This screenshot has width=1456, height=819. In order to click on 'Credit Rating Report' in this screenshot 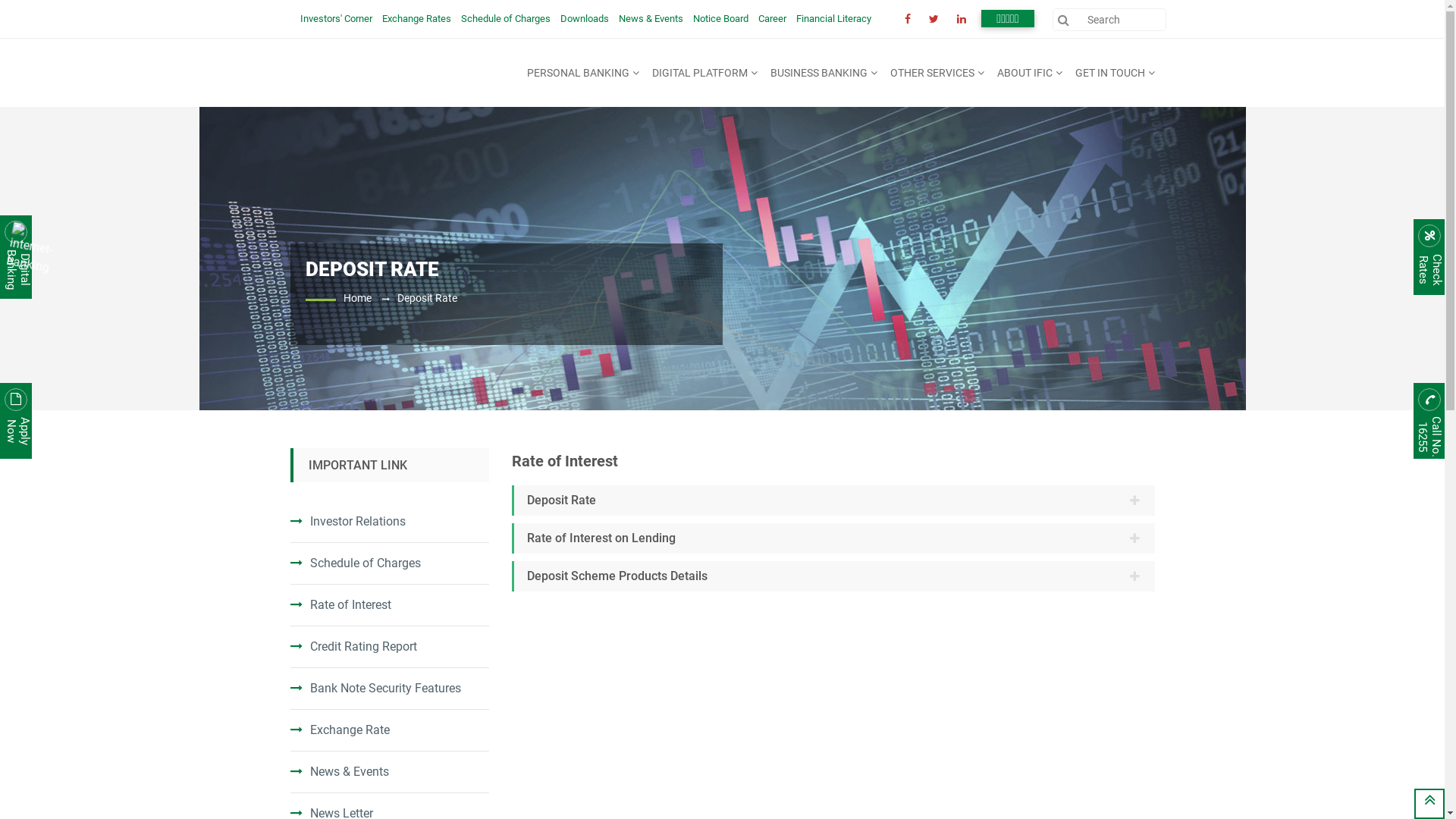, I will do `click(352, 646)`.